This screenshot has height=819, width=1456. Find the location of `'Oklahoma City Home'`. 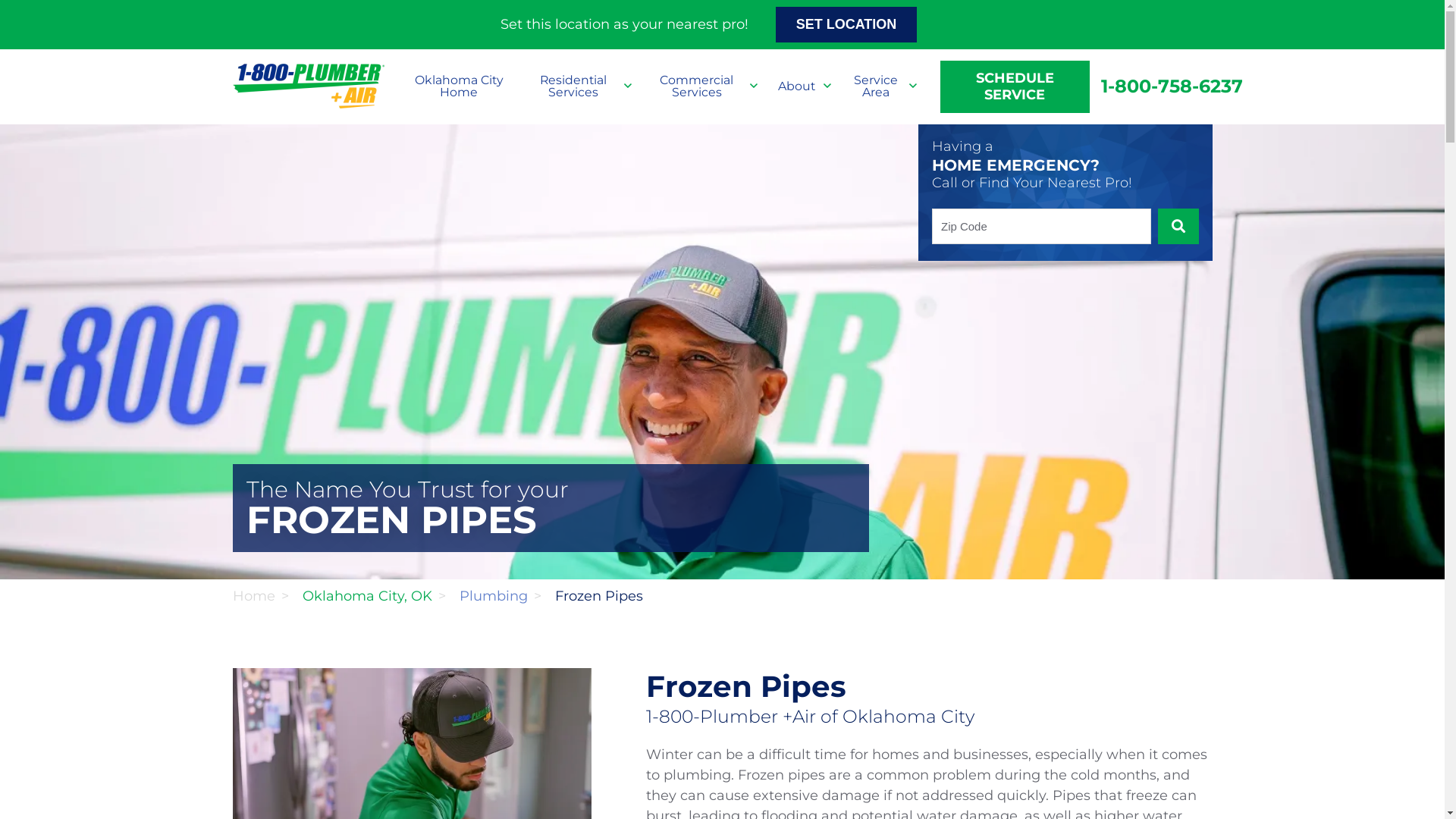

'Oklahoma City Home' is located at coordinates (458, 86).